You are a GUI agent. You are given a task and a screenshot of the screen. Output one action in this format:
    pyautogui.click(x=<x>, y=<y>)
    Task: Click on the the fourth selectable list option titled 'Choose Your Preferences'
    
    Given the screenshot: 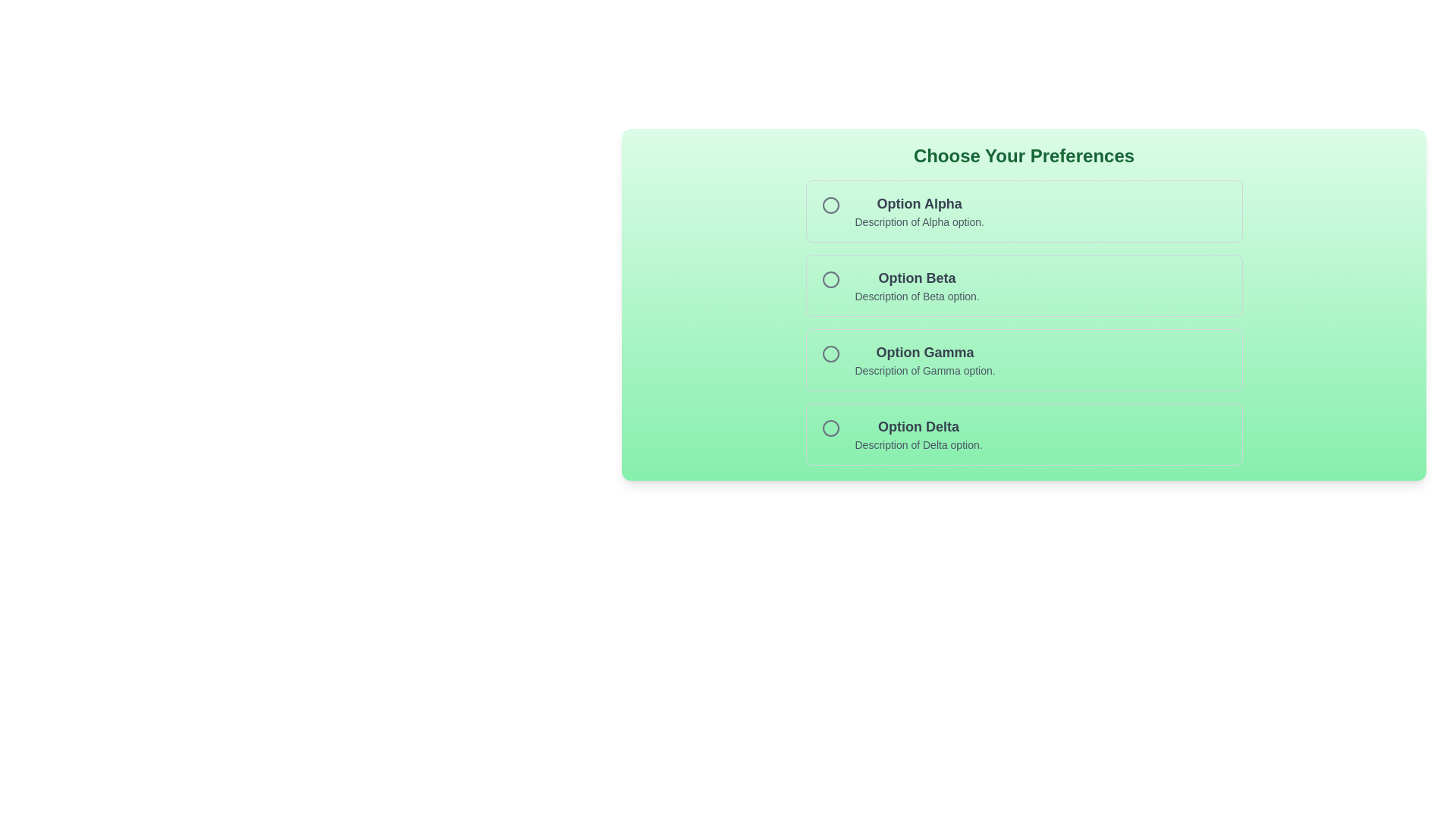 What is the action you would take?
    pyautogui.click(x=1024, y=435)
    